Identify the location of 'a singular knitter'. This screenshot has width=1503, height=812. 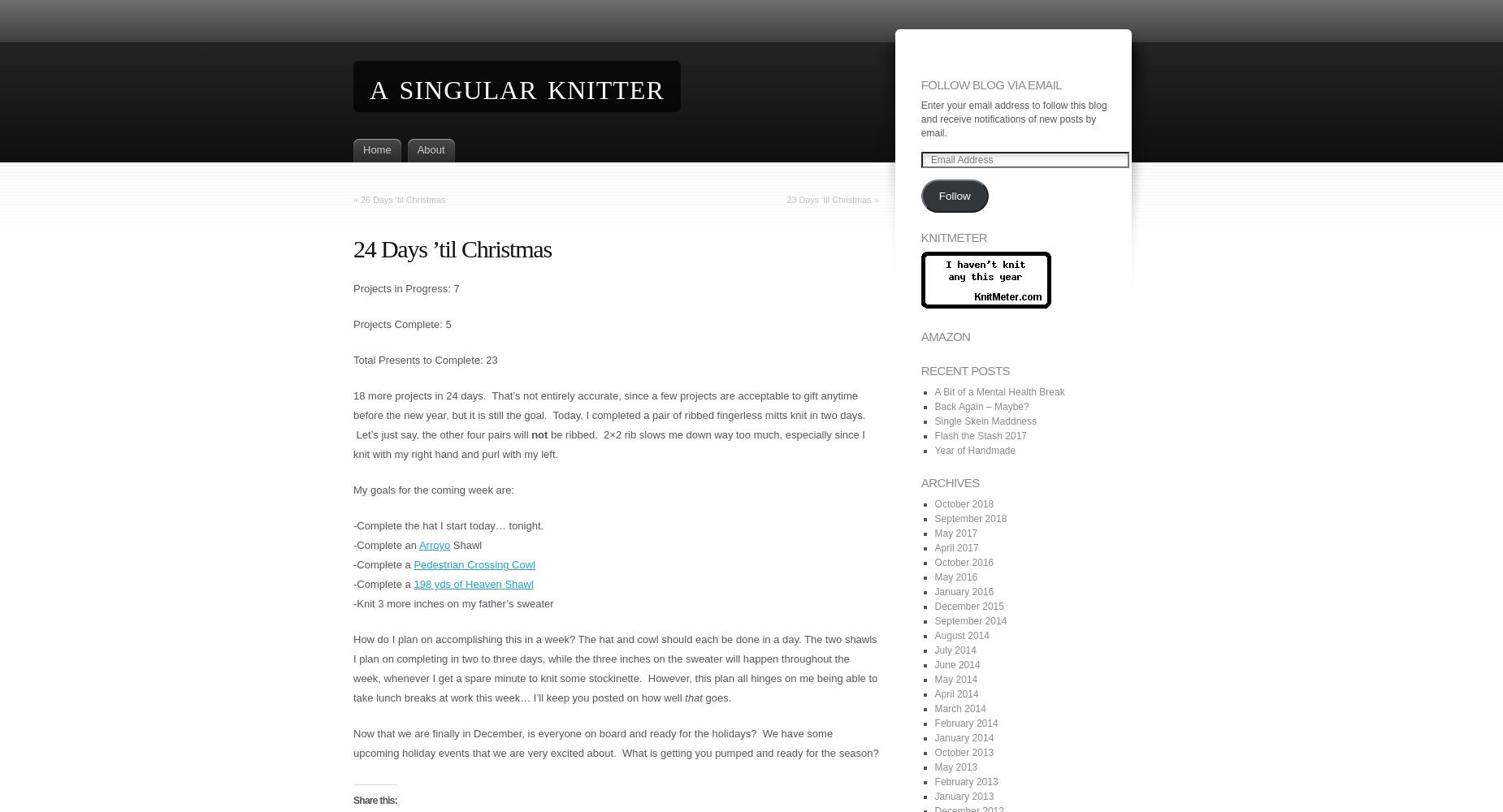
(368, 85).